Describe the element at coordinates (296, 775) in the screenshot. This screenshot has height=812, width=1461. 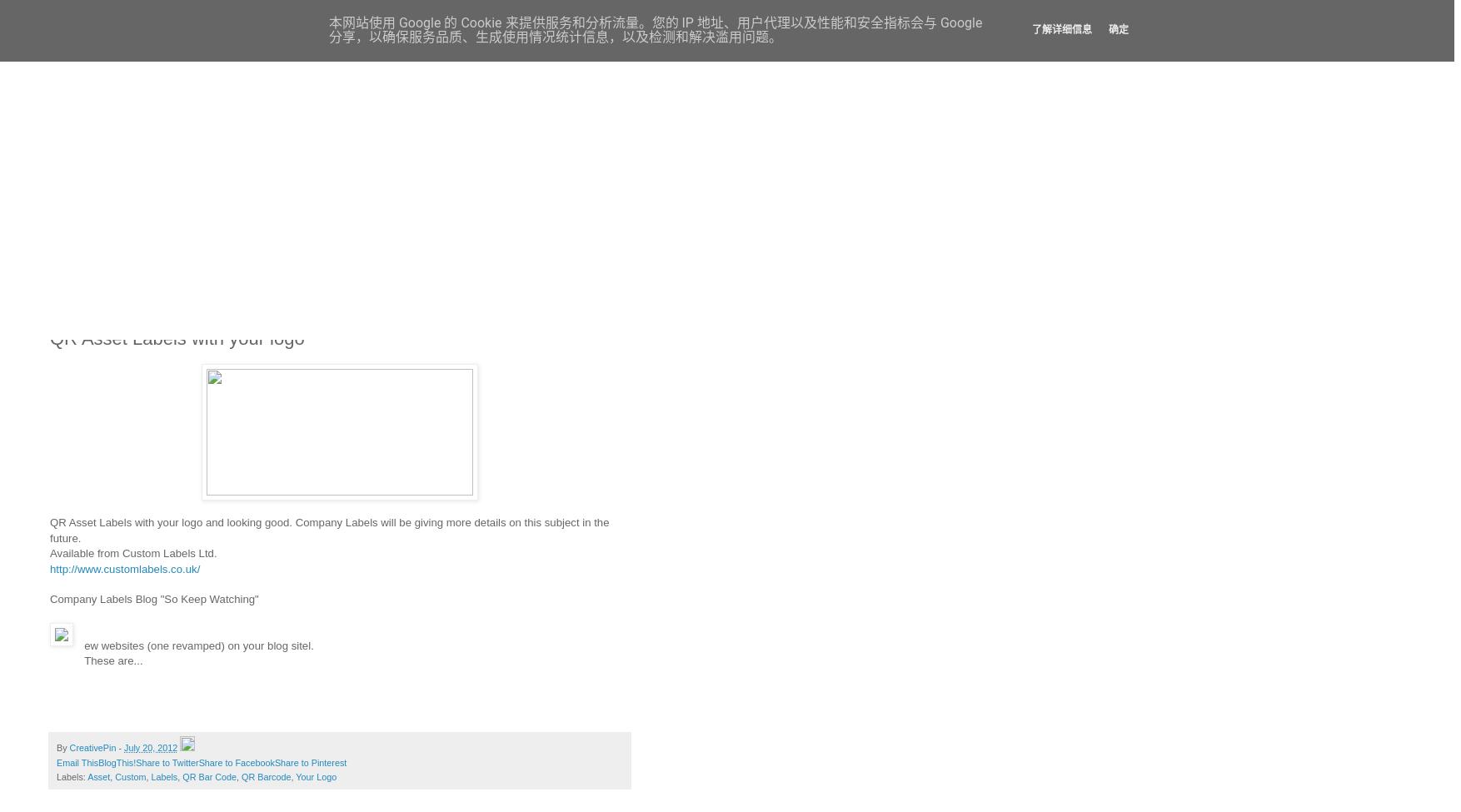
I see `'Your Logo'` at that location.